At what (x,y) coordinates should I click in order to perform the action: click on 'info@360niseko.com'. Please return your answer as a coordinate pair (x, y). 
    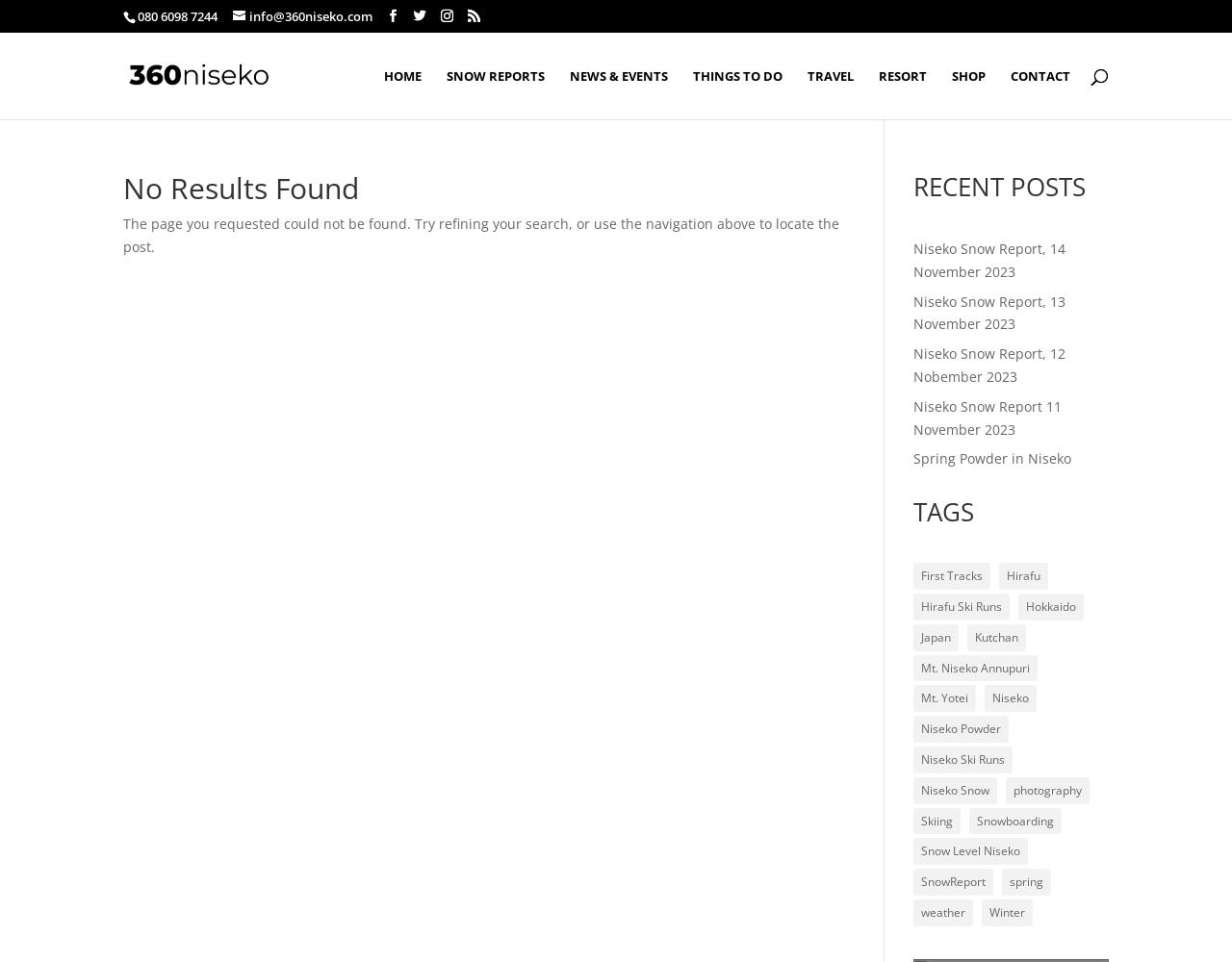
    Looking at the image, I should click on (310, 15).